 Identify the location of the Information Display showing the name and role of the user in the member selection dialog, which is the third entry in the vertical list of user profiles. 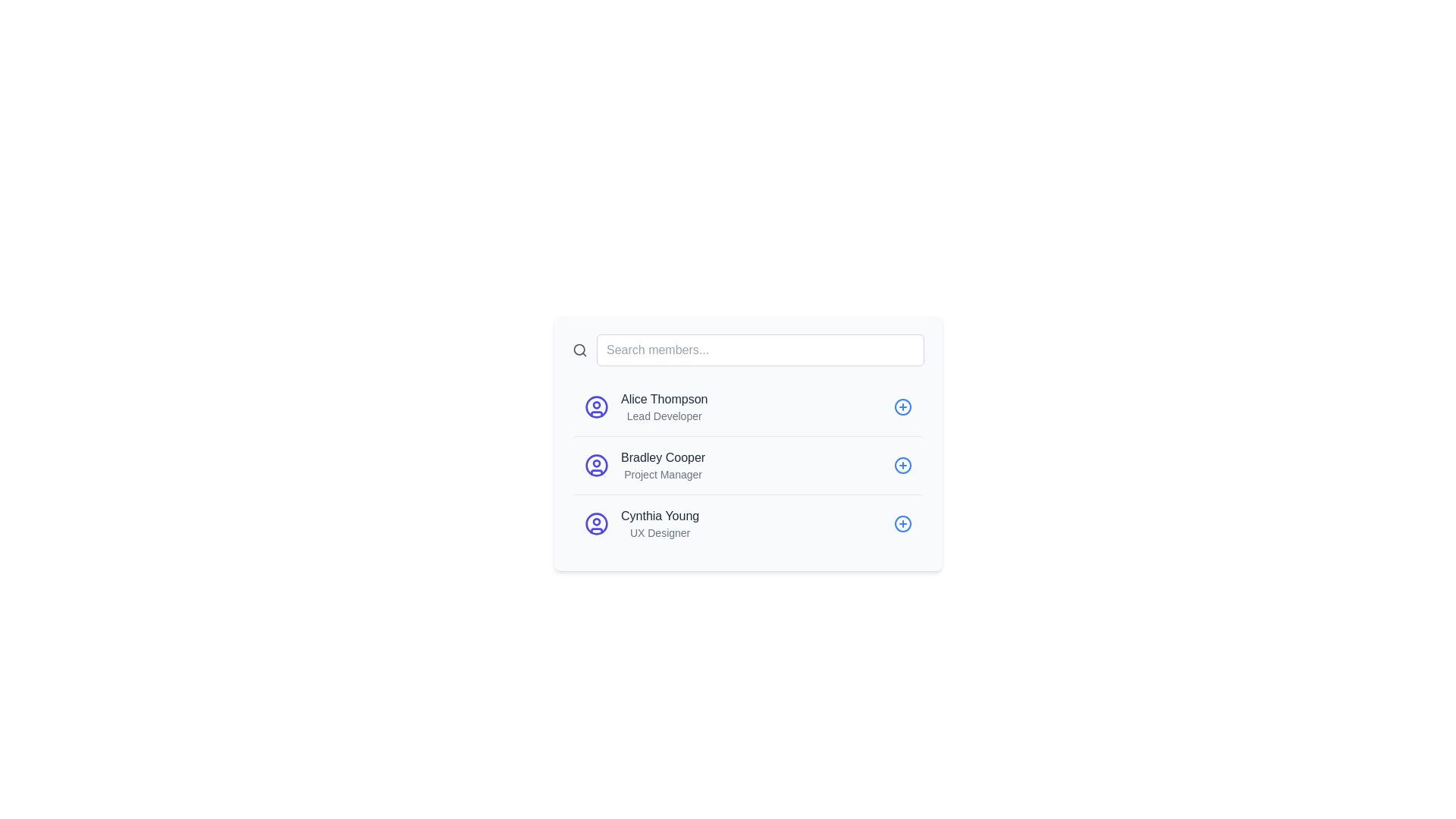
(660, 522).